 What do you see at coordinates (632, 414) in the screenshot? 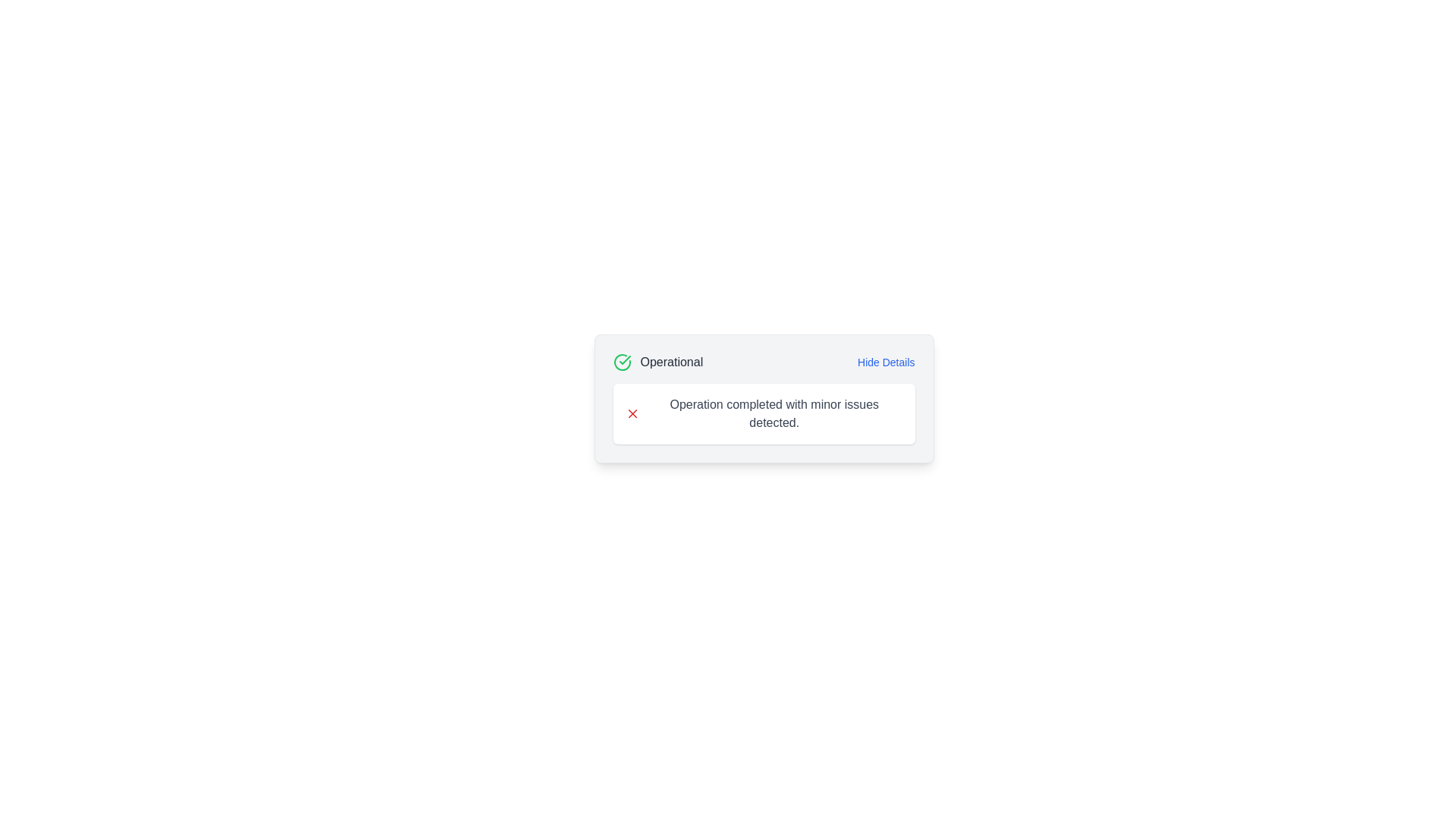
I see `the red 'X' icon button indicating an error or close action, located in the lower portion of the 'Operational' notification box, just before the text 'Operation completed with minor issues detected.'` at bounding box center [632, 414].